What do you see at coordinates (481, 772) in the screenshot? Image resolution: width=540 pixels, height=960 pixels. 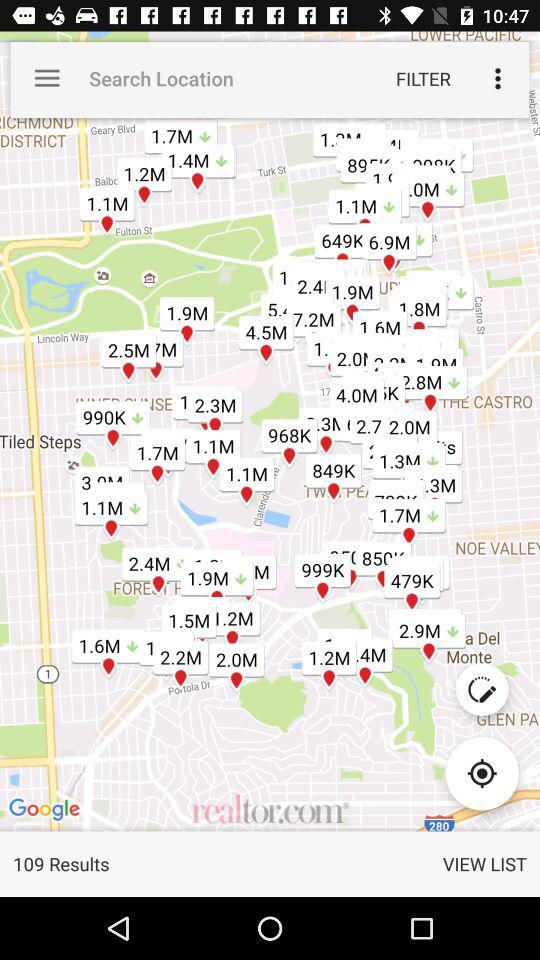 I see `the item above the view list icon` at bounding box center [481, 772].